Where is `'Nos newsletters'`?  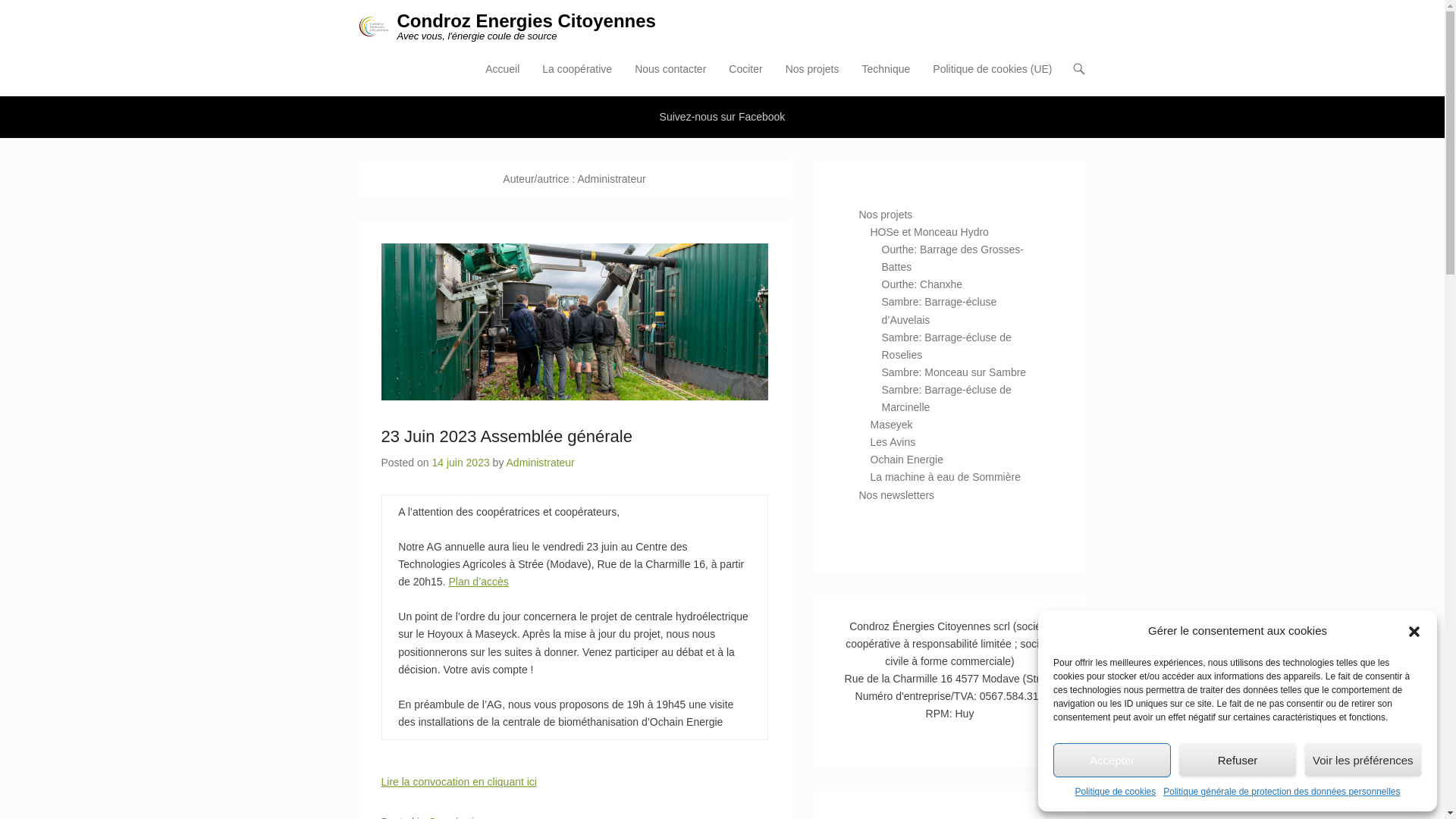
'Nos newsletters' is located at coordinates (896, 494).